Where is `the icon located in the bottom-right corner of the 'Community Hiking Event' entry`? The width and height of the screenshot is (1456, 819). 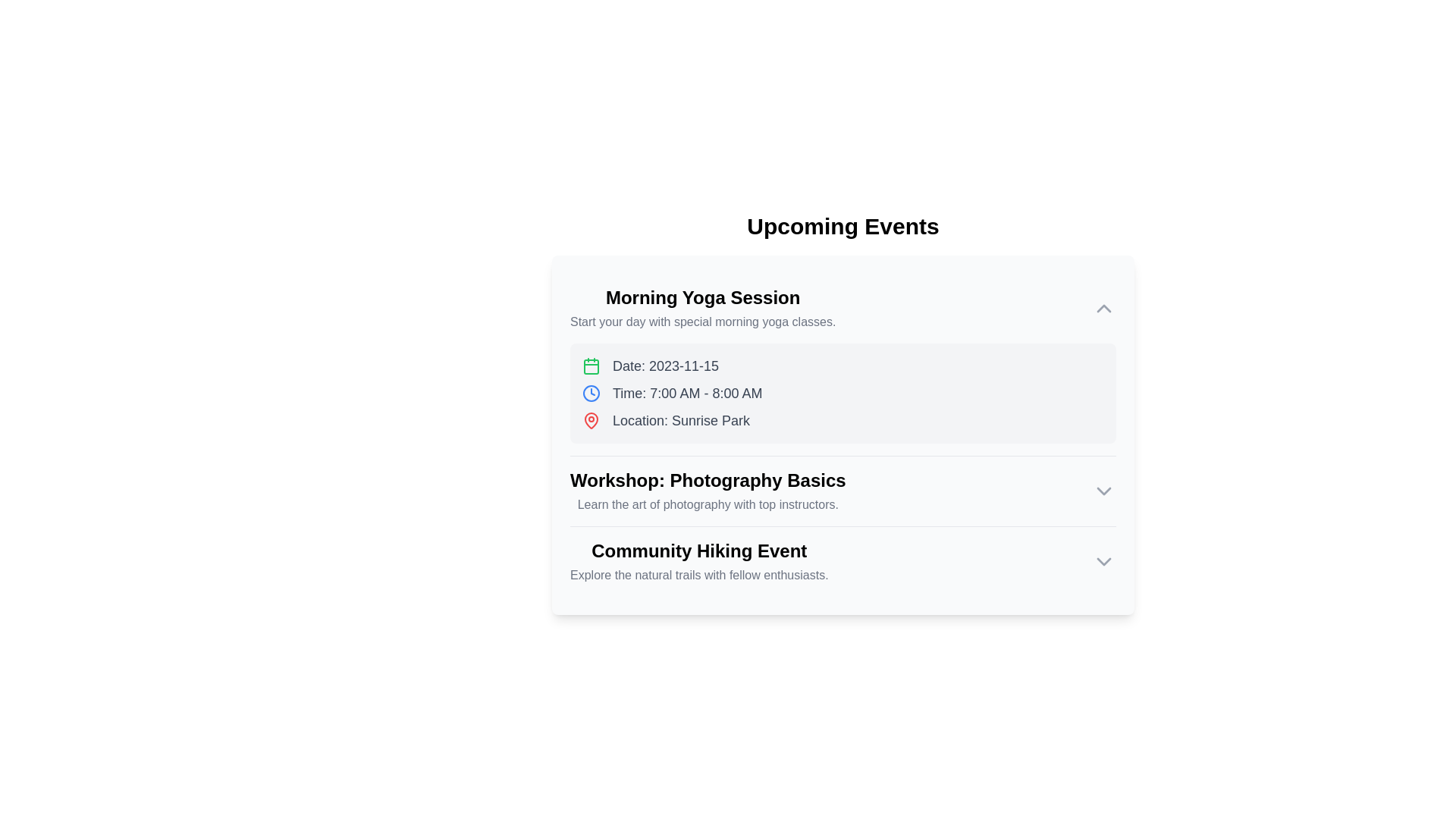 the icon located in the bottom-right corner of the 'Community Hiking Event' entry is located at coordinates (1103, 491).